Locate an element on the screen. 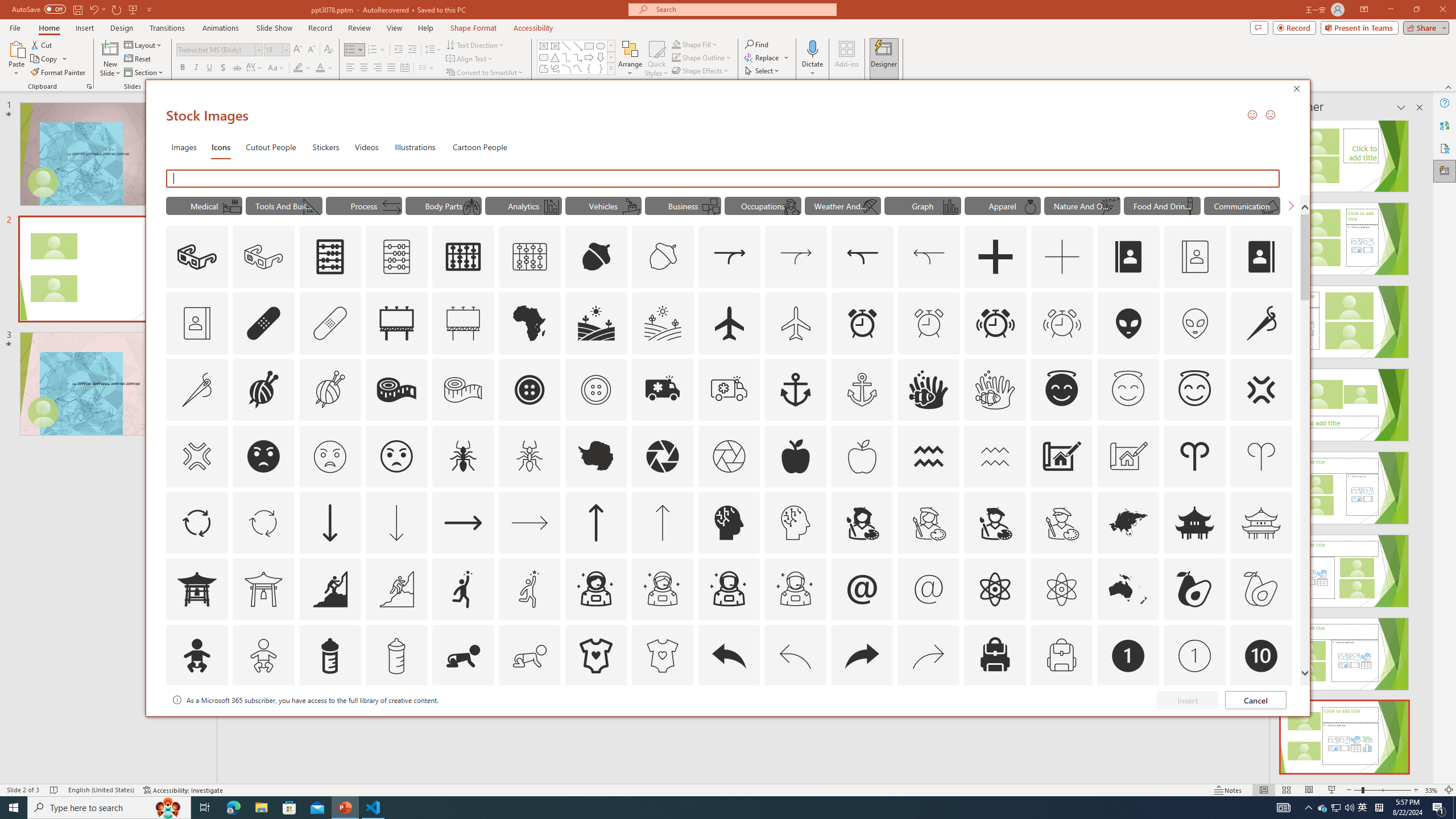  'AutomationID: Icons_3dGlasses' is located at coordinates (197, 257).